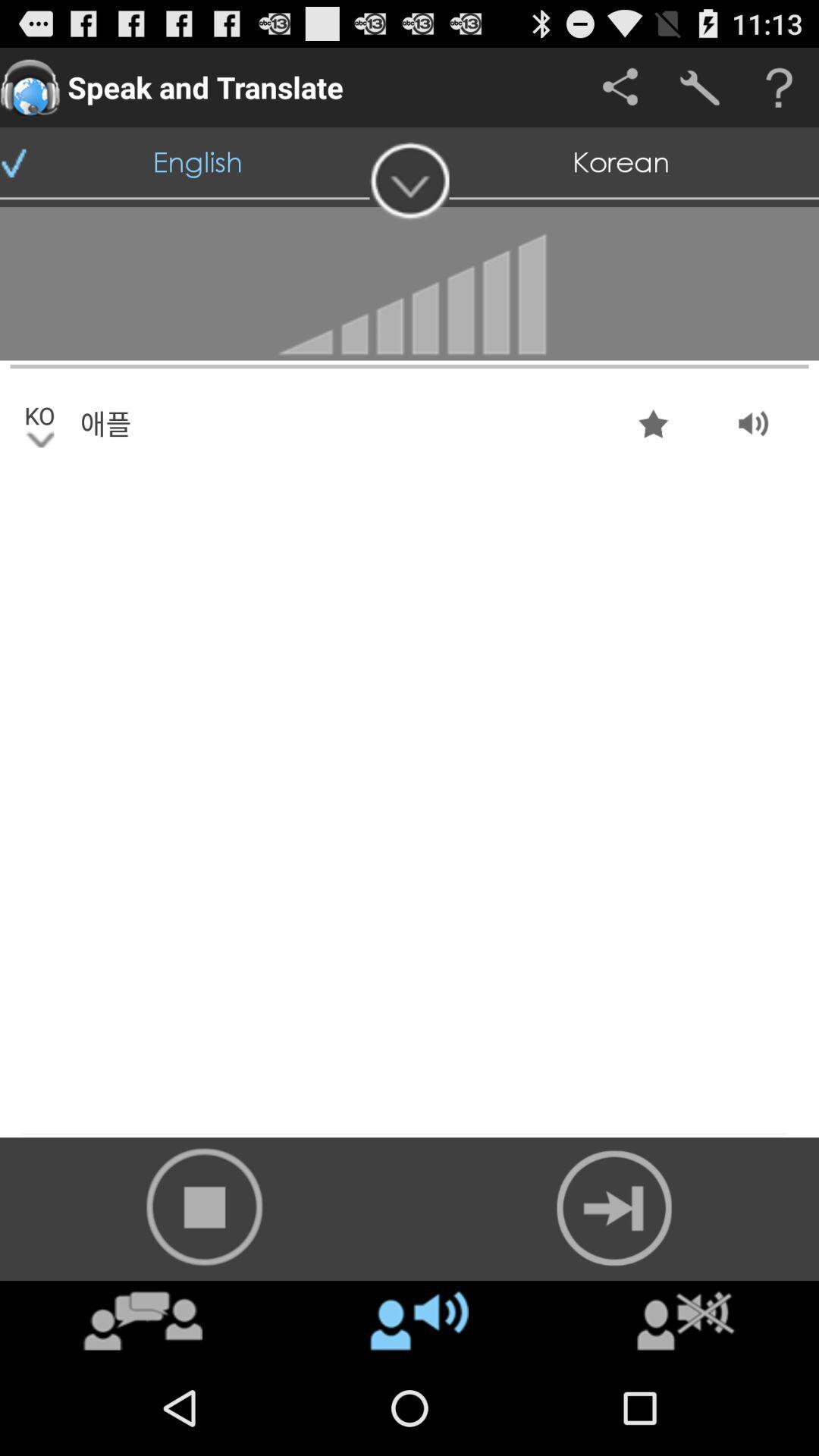 The image size is (819, 1456). What do you see at coordinates (779, 86) in the screenshot?
I see `click for help` at bounding box center [779, 86].